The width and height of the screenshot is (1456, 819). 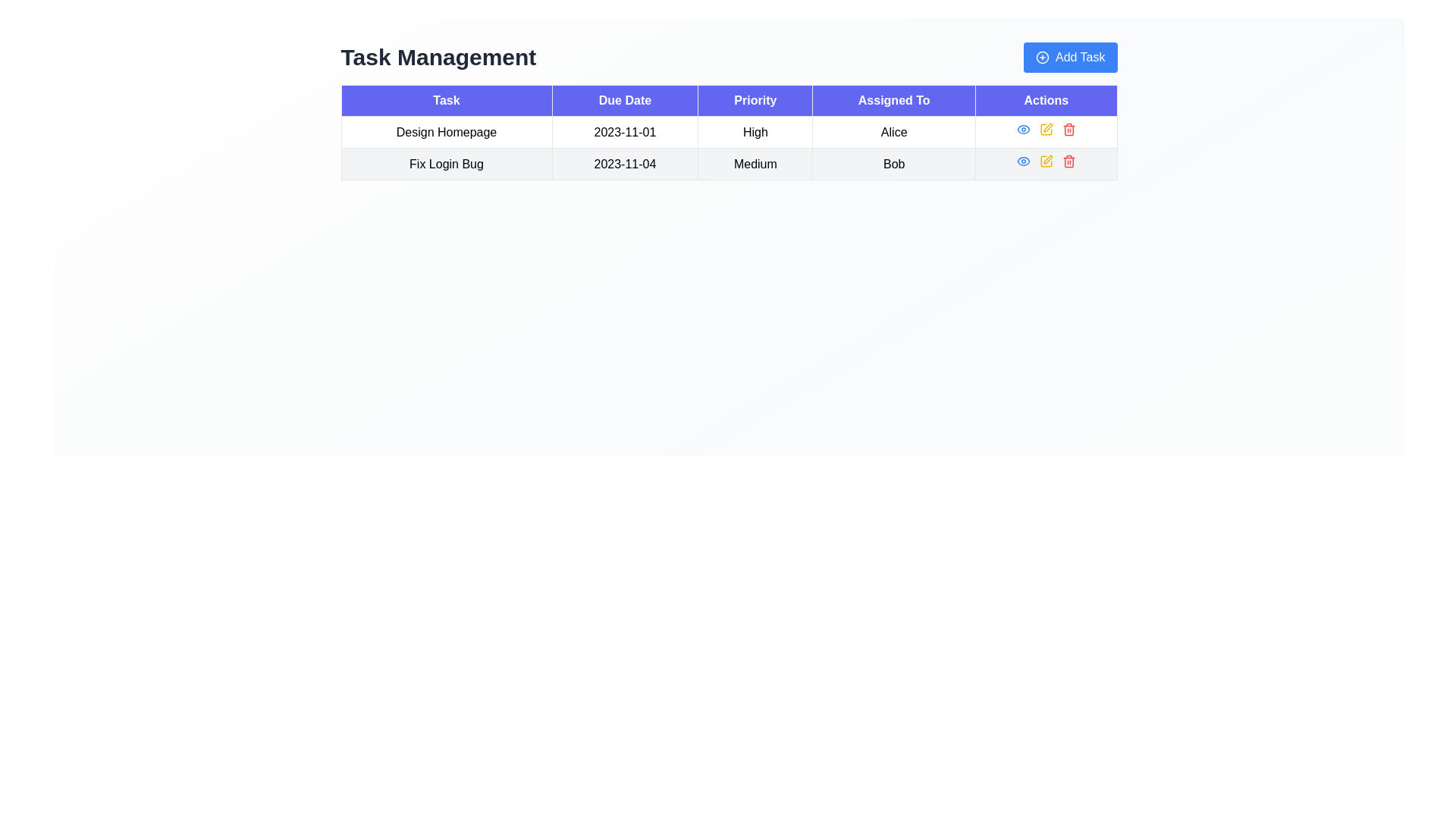 What do you see at coordinates (625, 131) in the screenshot?
I see `the due date cell in the second column of the first data row, which serves as a visual indicator of the task deadline` at bounding box center [625, 131].